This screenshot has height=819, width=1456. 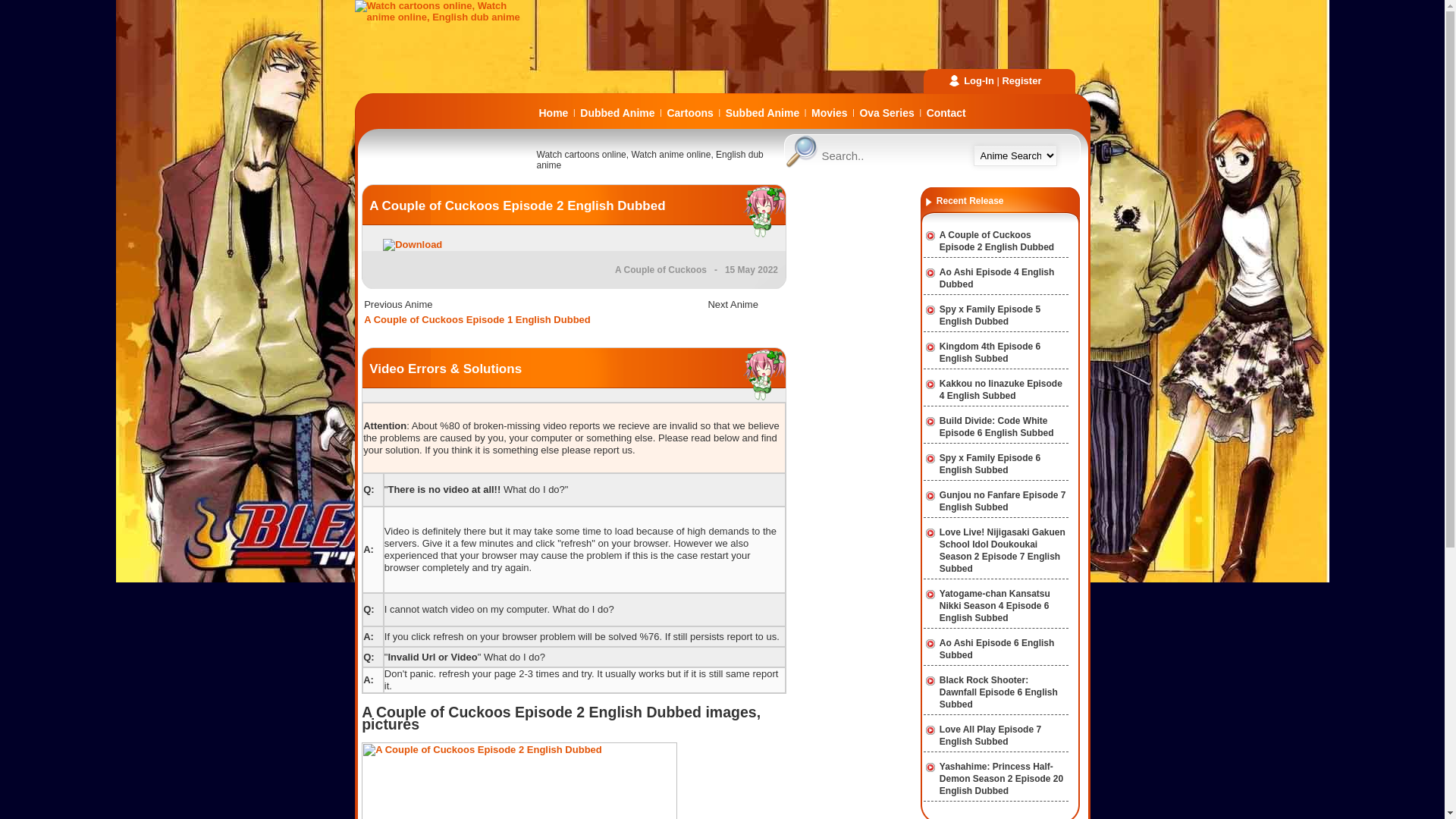 What do you see at coordinates (828, 112) in the screenshot?
I see `'Movies'` at bounding box center [828, 112].